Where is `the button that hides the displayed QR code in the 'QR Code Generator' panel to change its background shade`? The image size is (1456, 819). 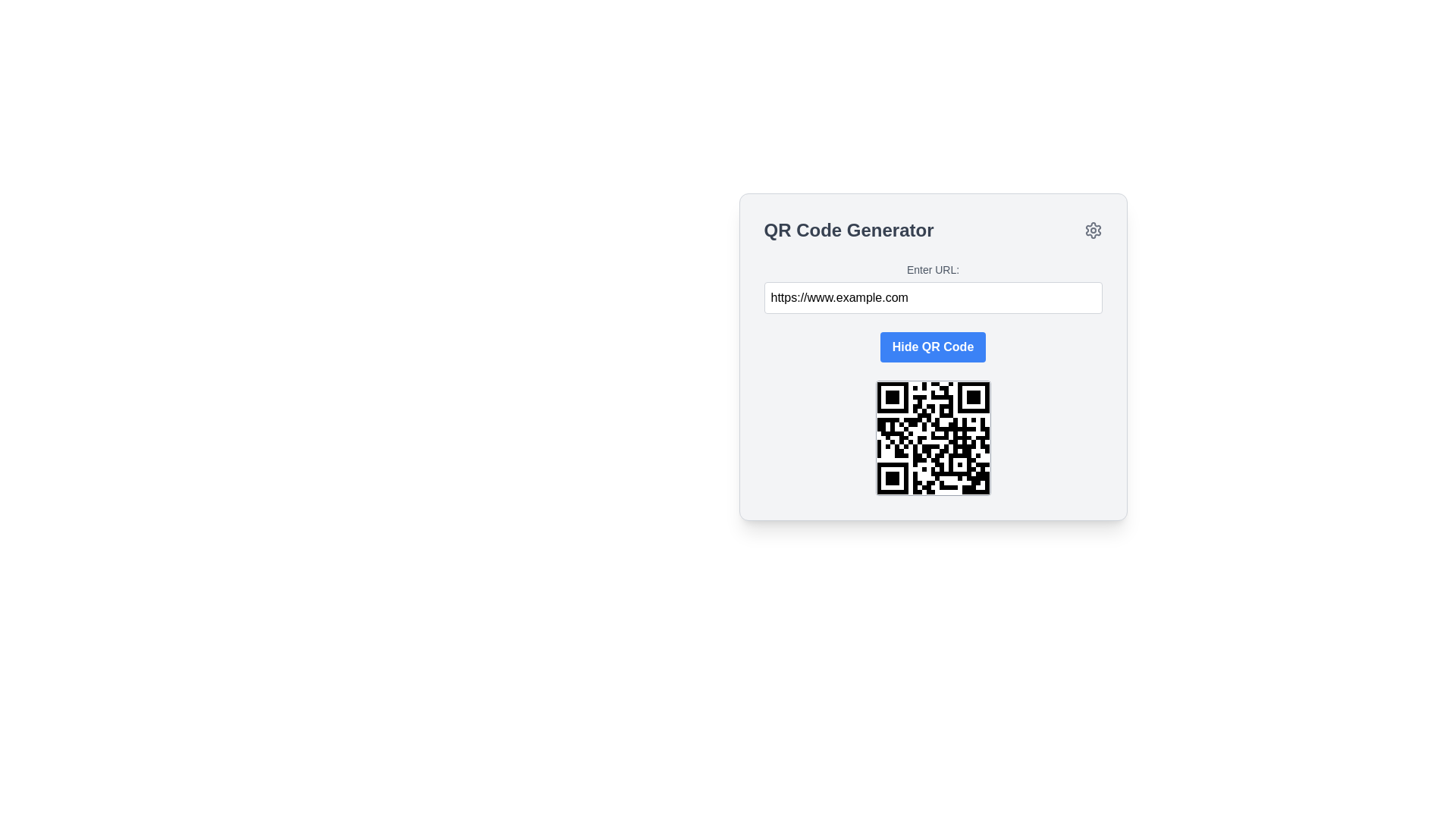
the button that hides the displayed QR code in the 'QR Code Generator' panel to change its background shade is located at coordinates (932, 347).